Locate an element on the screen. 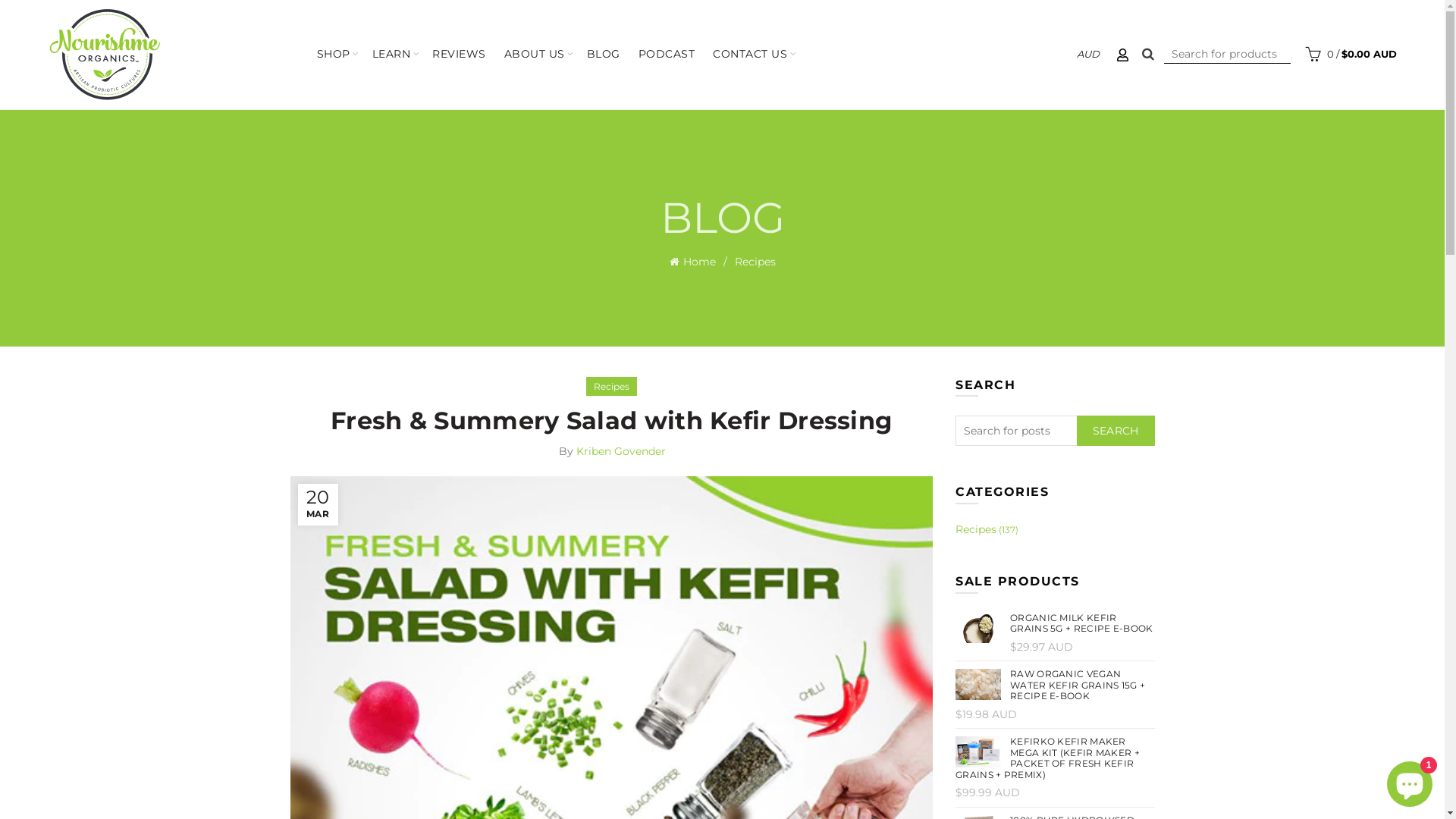 The height and width of the screenshot is (819, 1456). 'Shopify online store chat' is located at coordinates (1382, 780).